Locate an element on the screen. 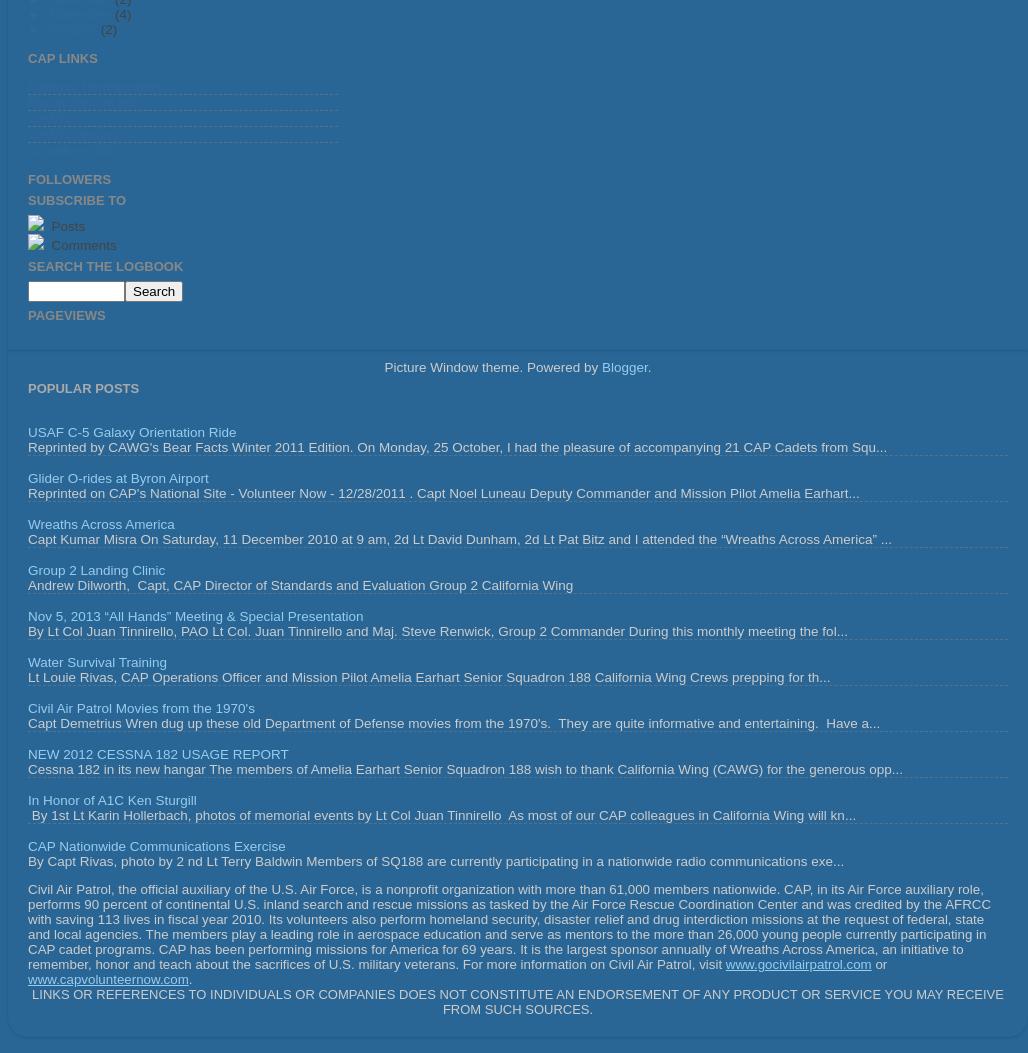 The height and width of the screenshot is (1053, 1028). 'CAWG Group 2' is located at coordinates (74, 134).